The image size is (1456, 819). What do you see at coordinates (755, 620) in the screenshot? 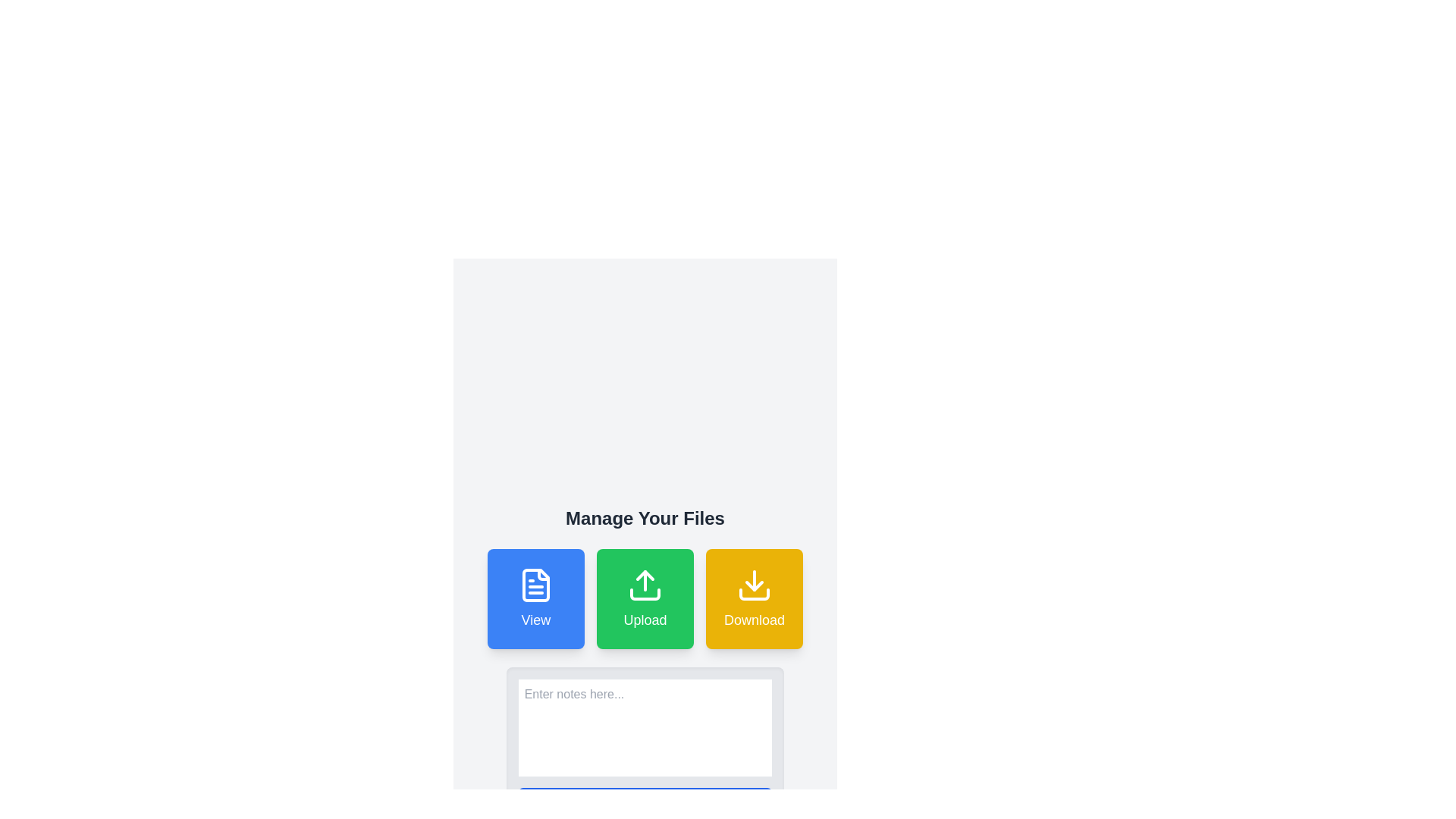
I see `the 'Download' text label within the yellow rectangular button, which is centrally aligned and styled in bold formatting` at bounding box center [755, 620].